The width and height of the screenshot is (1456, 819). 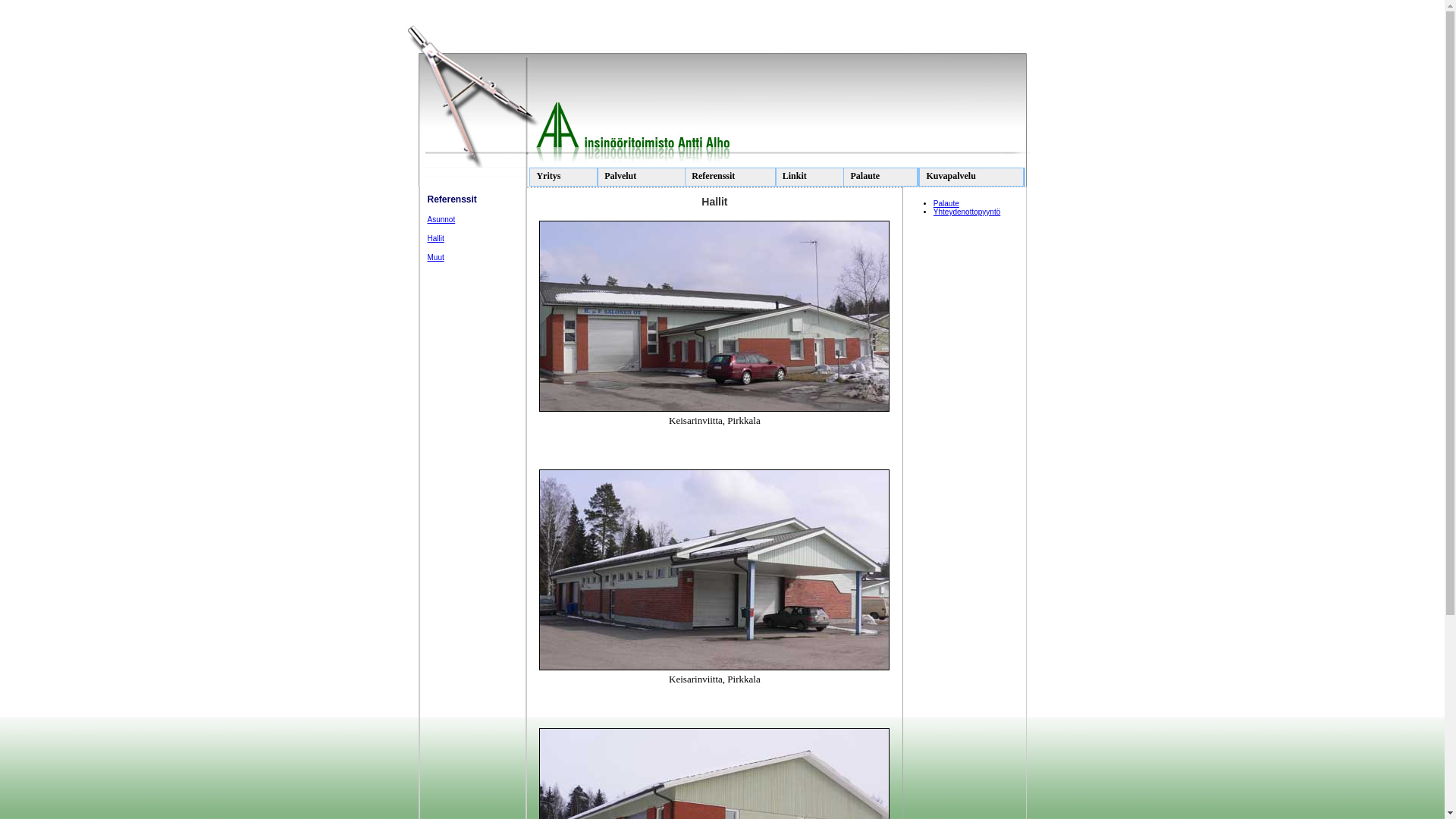 What do you see at coordinates (809, 176) in the screenshot?
I see `'Linkit'` at bounding box center [809, 176].